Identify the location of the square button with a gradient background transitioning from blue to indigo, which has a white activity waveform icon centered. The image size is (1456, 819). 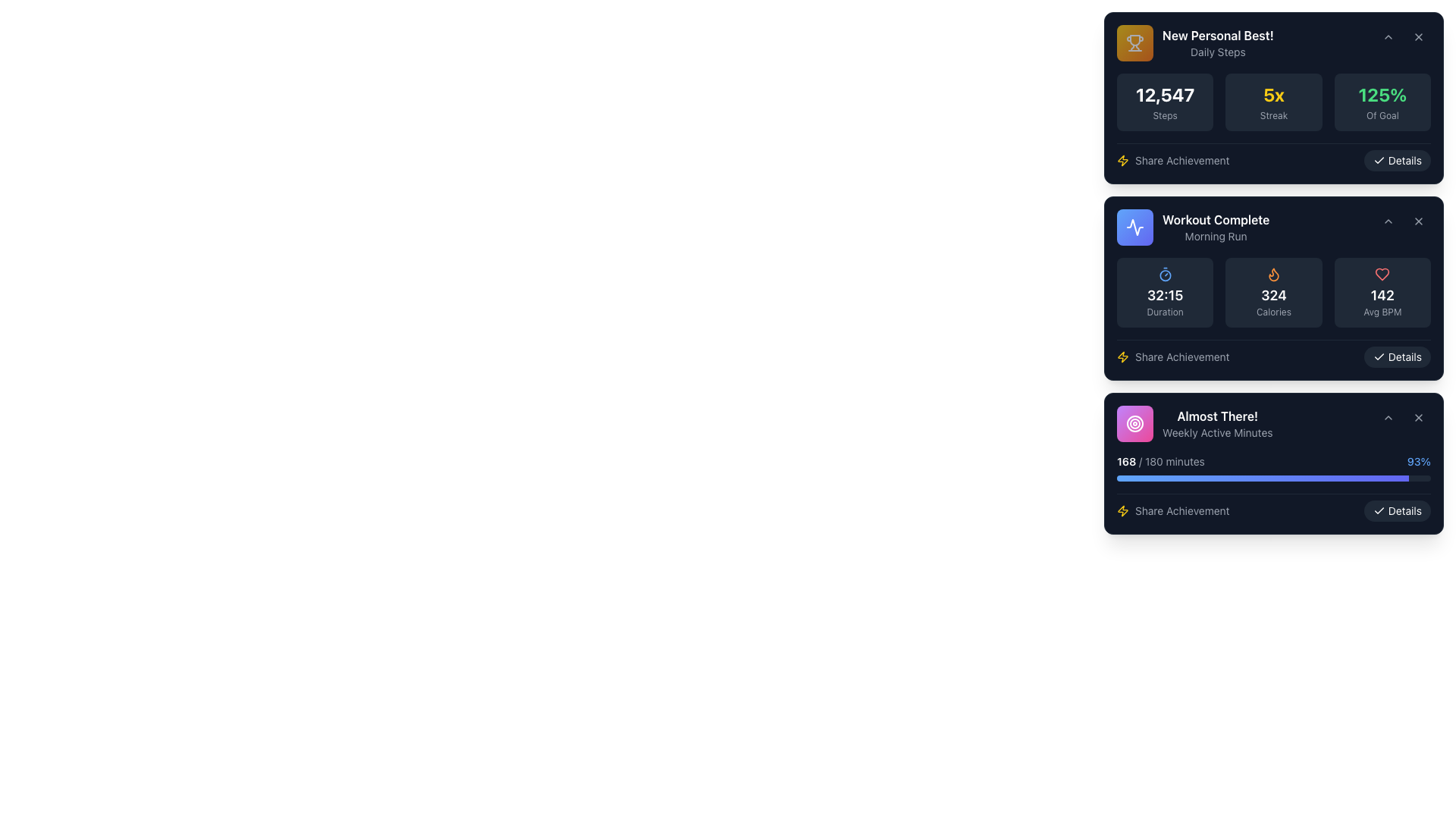
(1135, 227).